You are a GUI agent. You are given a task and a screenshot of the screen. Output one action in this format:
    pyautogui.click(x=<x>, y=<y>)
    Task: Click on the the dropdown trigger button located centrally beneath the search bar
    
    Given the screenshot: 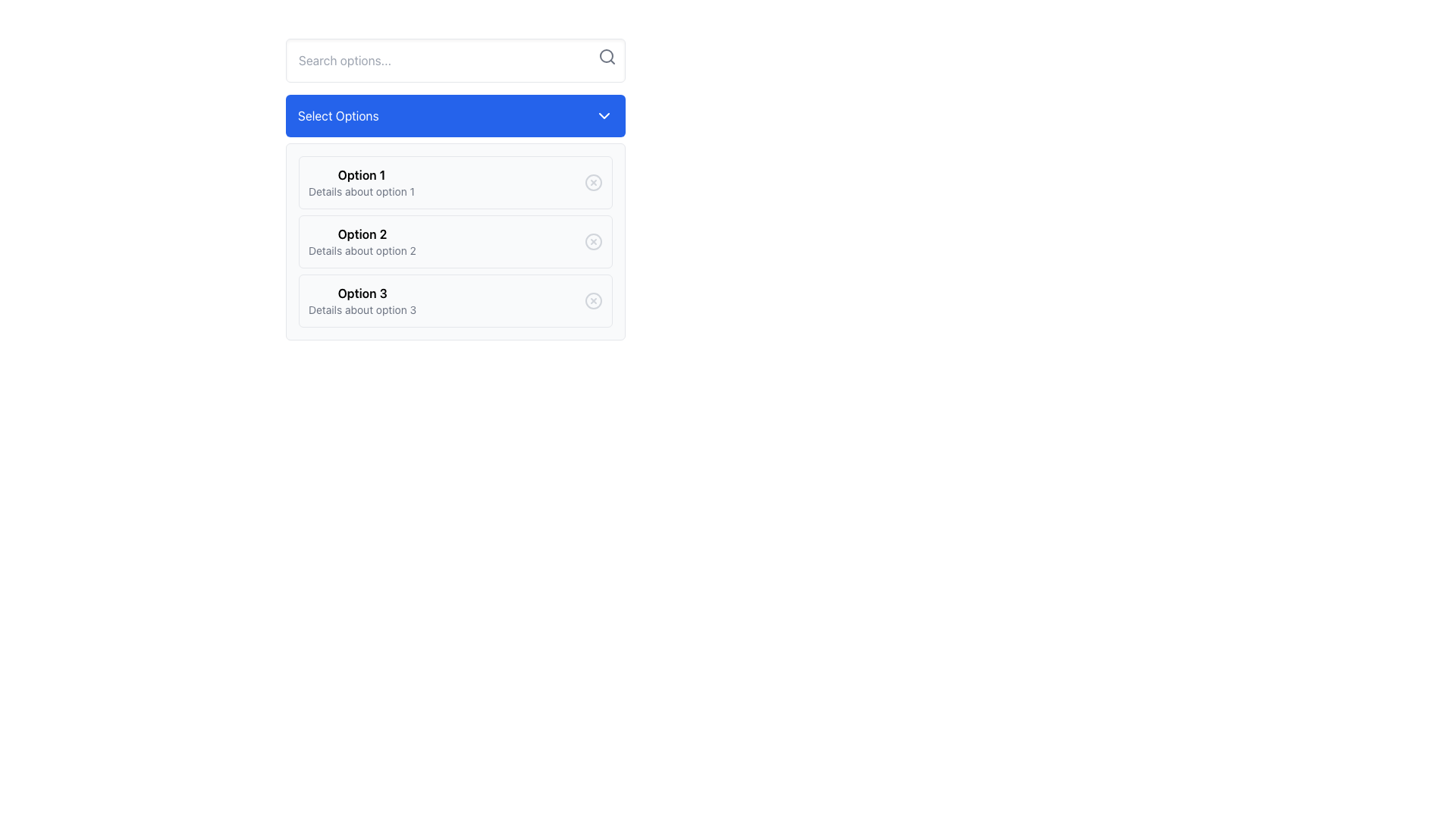 What is the action you would take?
    pyautogui.click(x=454, y=115)
    